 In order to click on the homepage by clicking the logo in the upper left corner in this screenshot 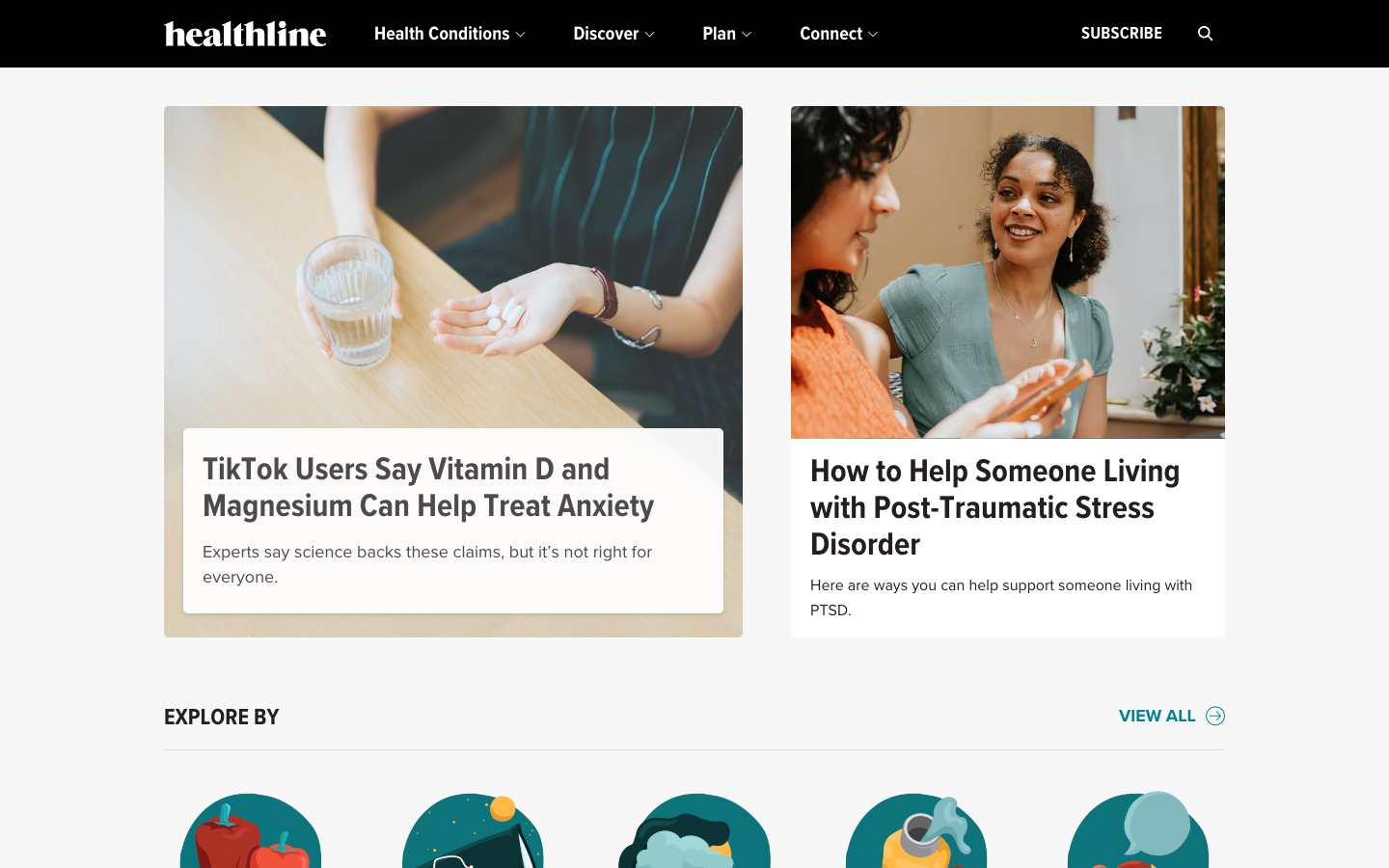, I will do `click(244, 33)`.